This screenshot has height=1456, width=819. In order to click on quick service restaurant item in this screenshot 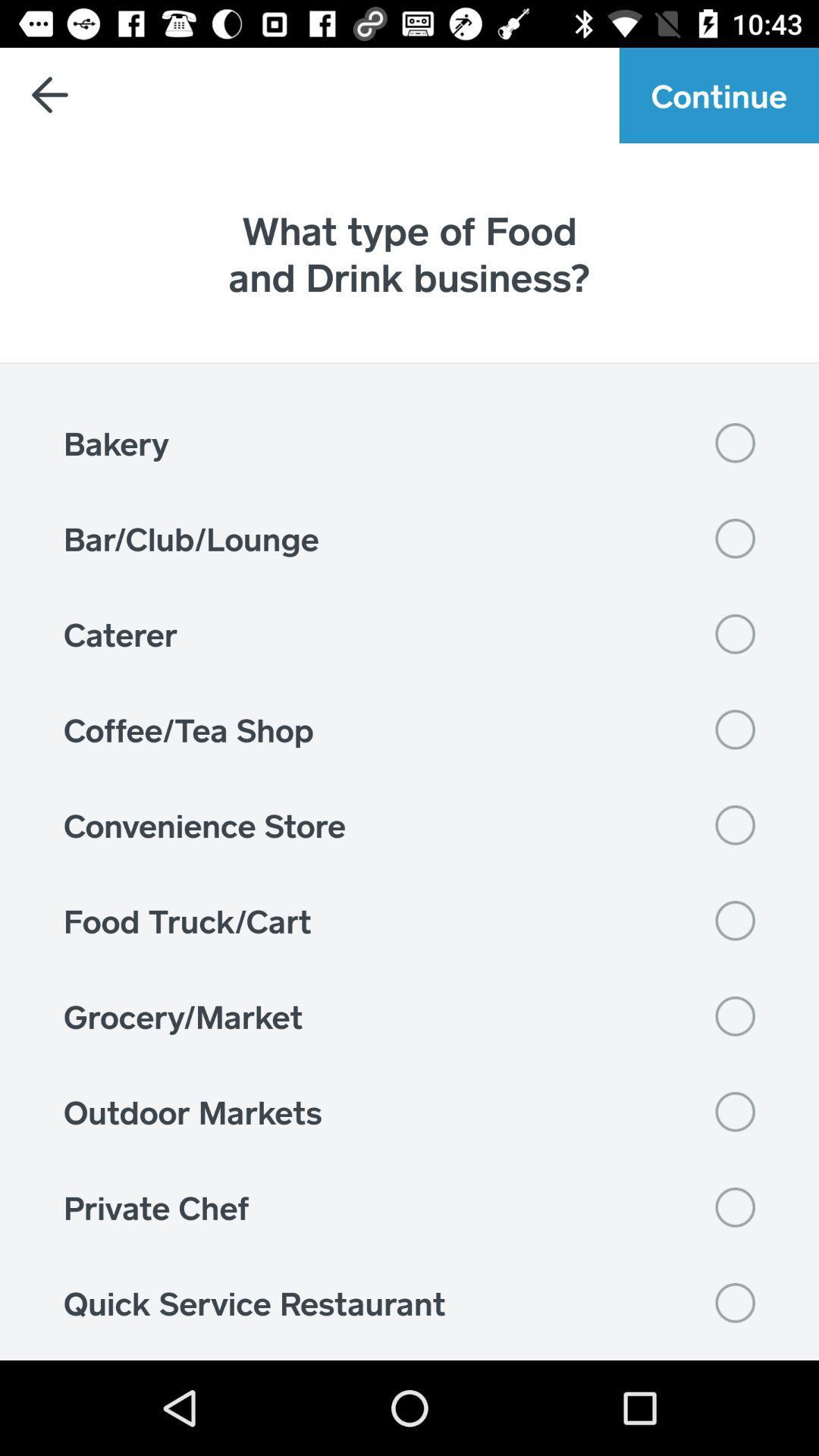, I will do `click(409, 1302)`.